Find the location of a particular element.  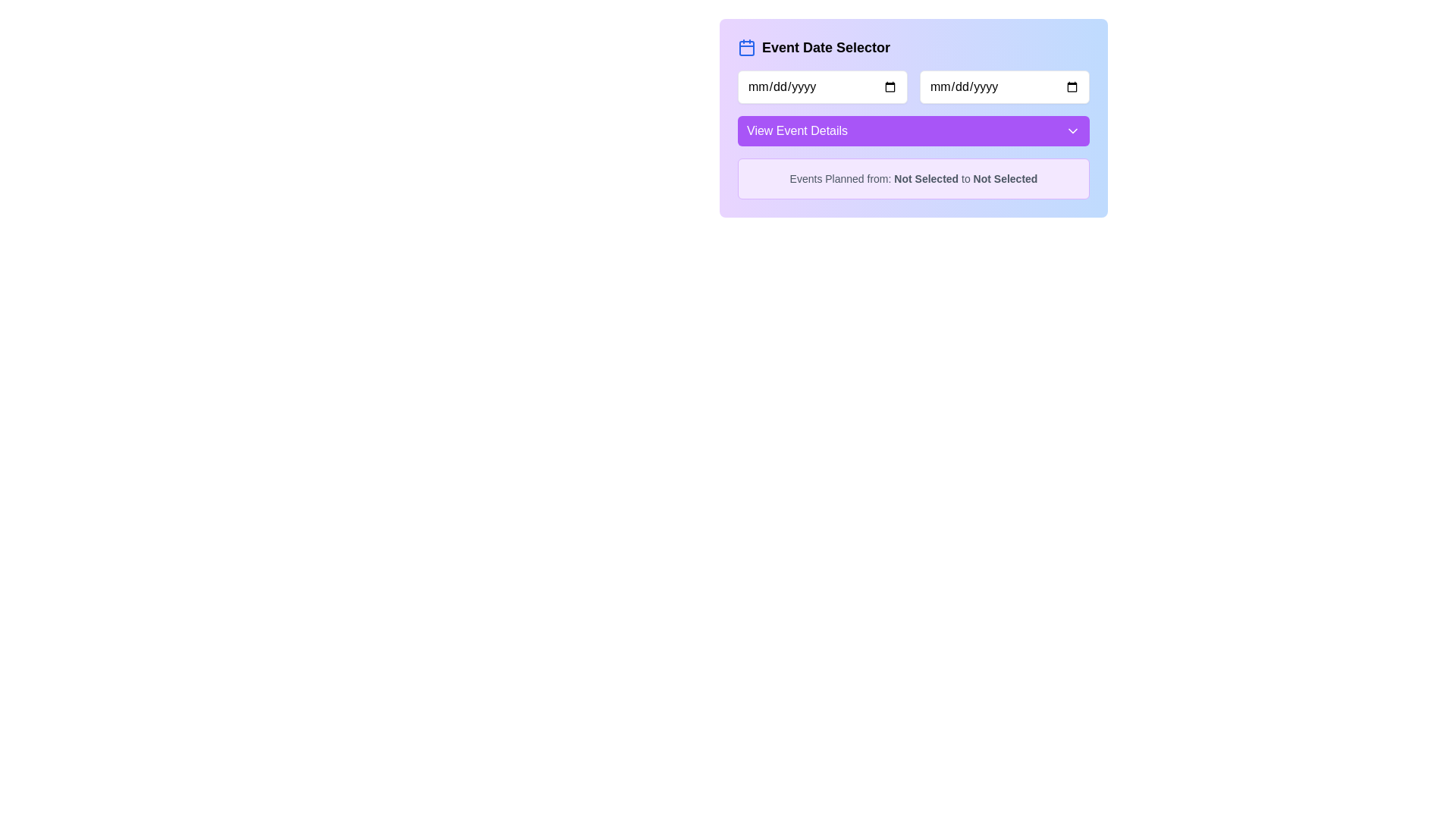

the blue calendar icon with rounded corners located to the left of the 'Event Date Selector' text in the header area of the interface is located at coordinates (746, 46).